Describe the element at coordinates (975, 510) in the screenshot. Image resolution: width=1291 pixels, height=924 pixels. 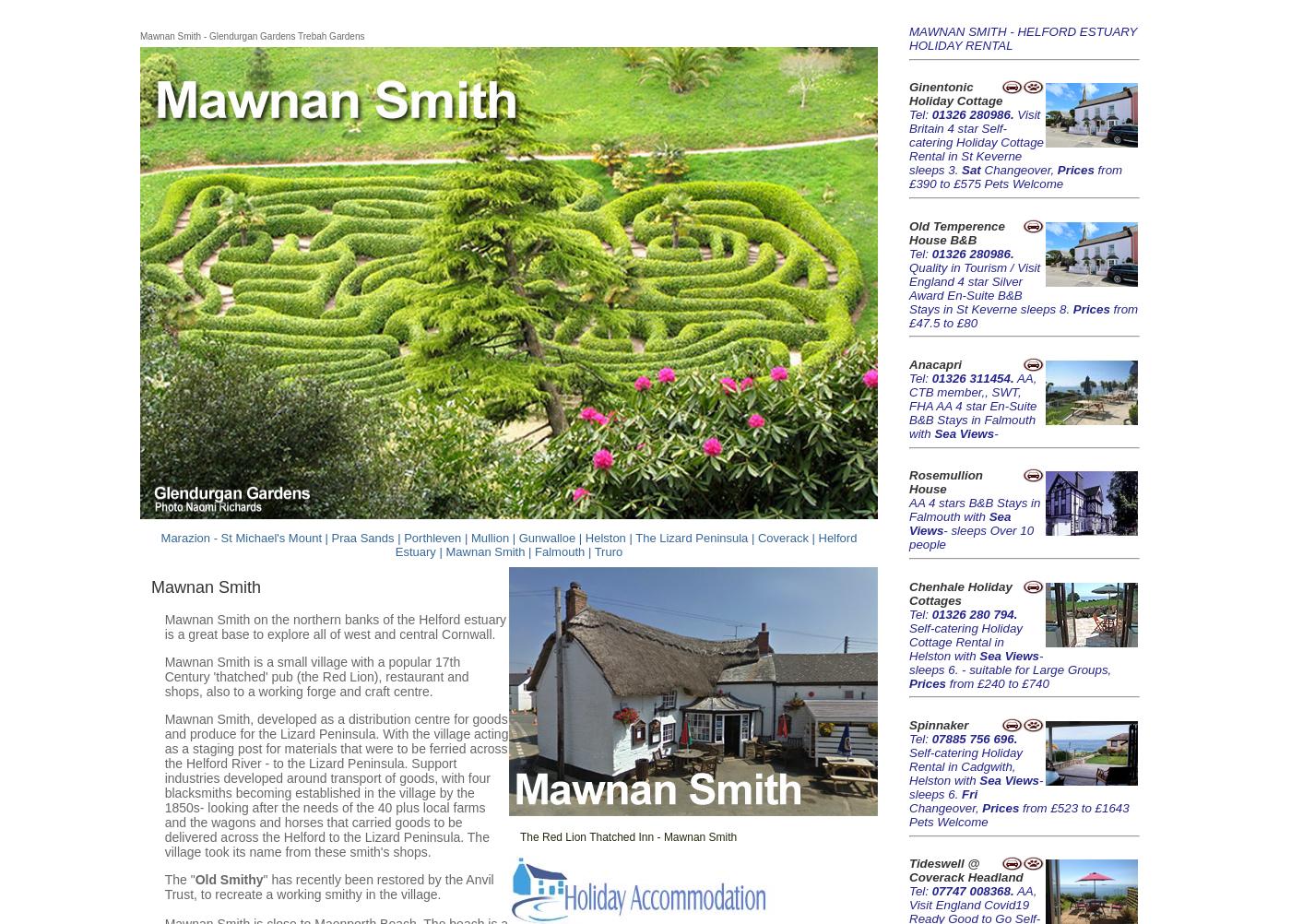
I see `'B&B Stays 

in Falmouth
with'` at that location.